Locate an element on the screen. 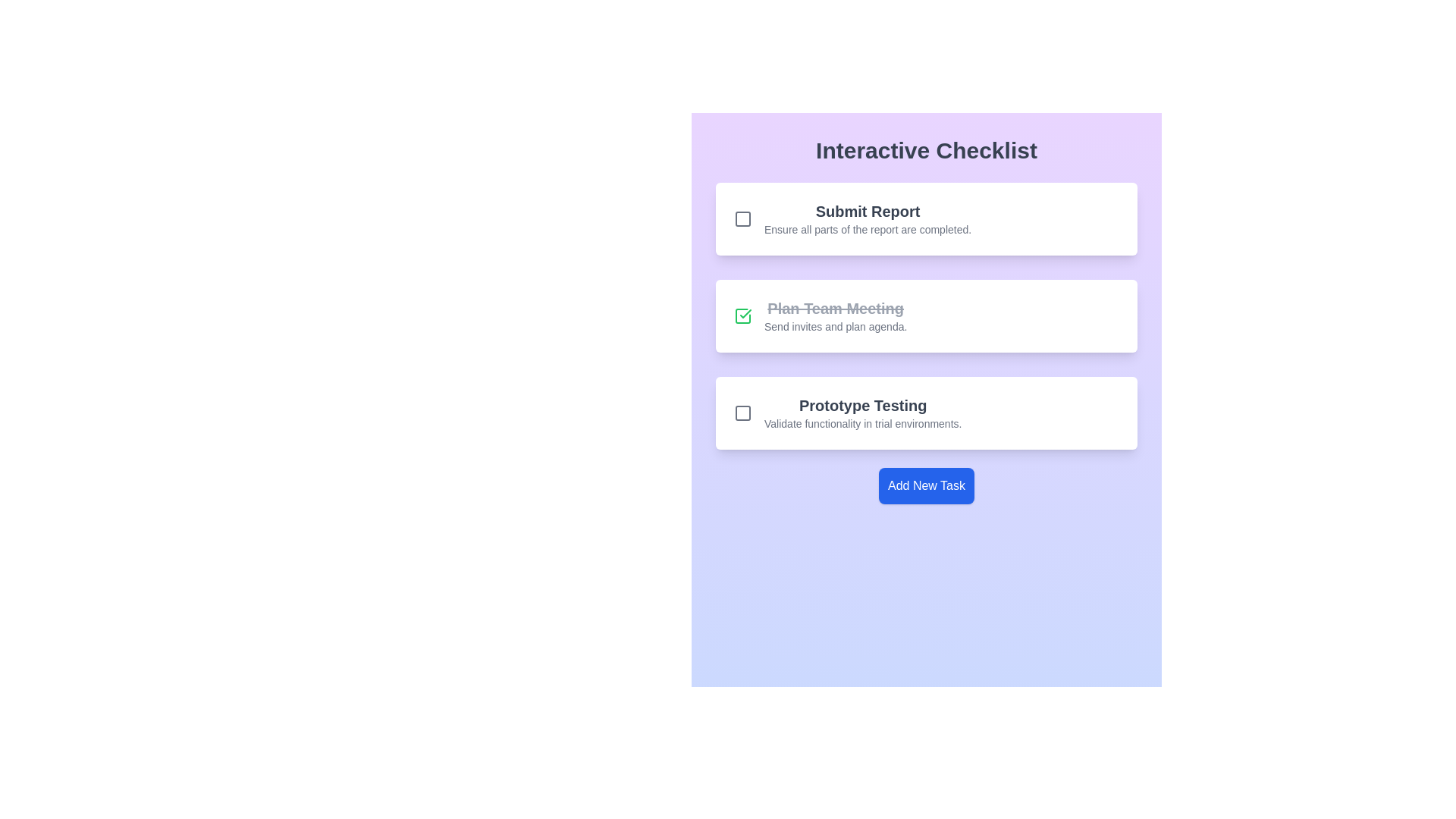 Image resolution: width=1456 pixels, height=819 pixels. 'Add New Task' button to add a new task is located at coordinates (926, 485).